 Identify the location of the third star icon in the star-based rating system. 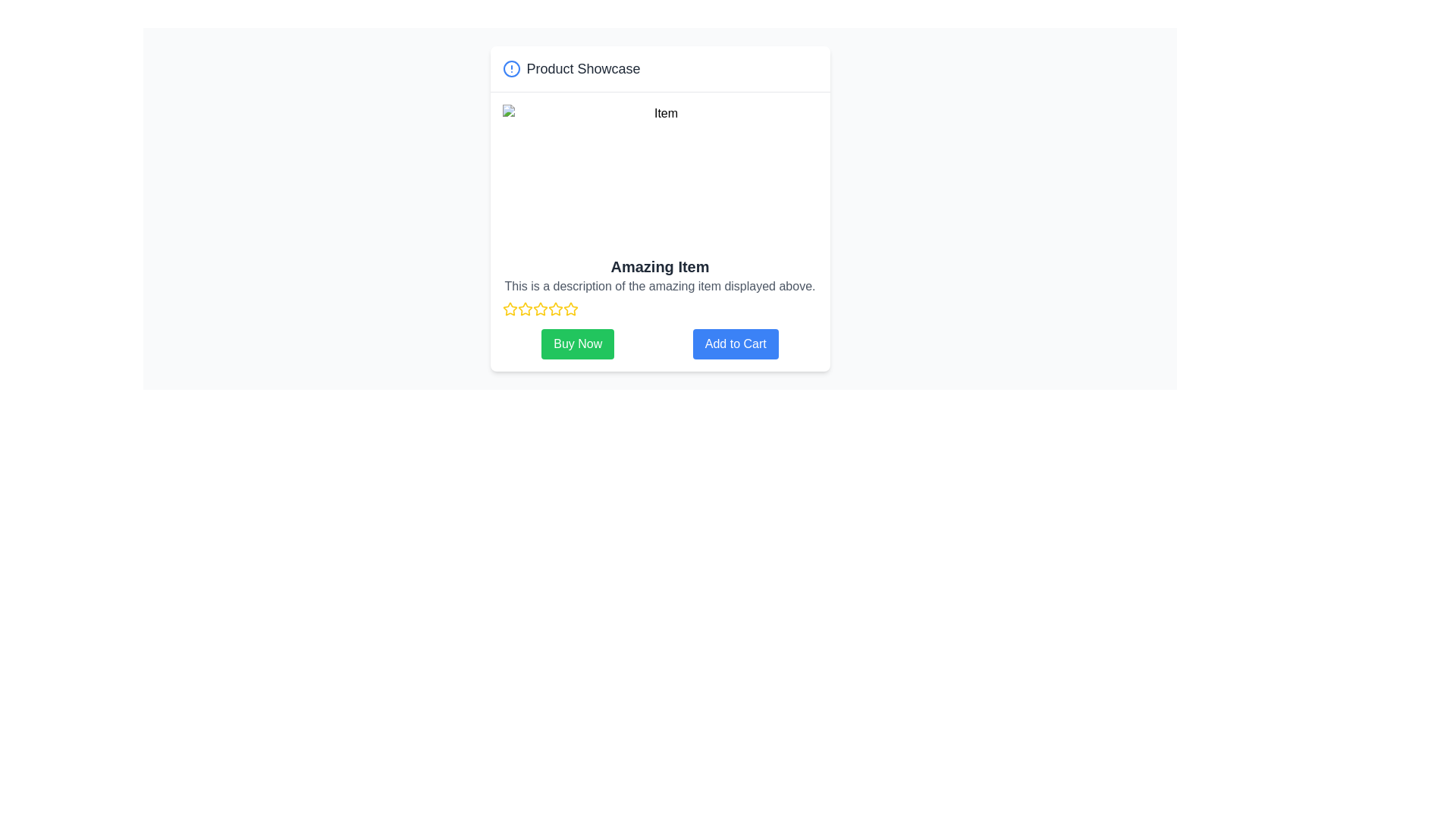
(540, 308).